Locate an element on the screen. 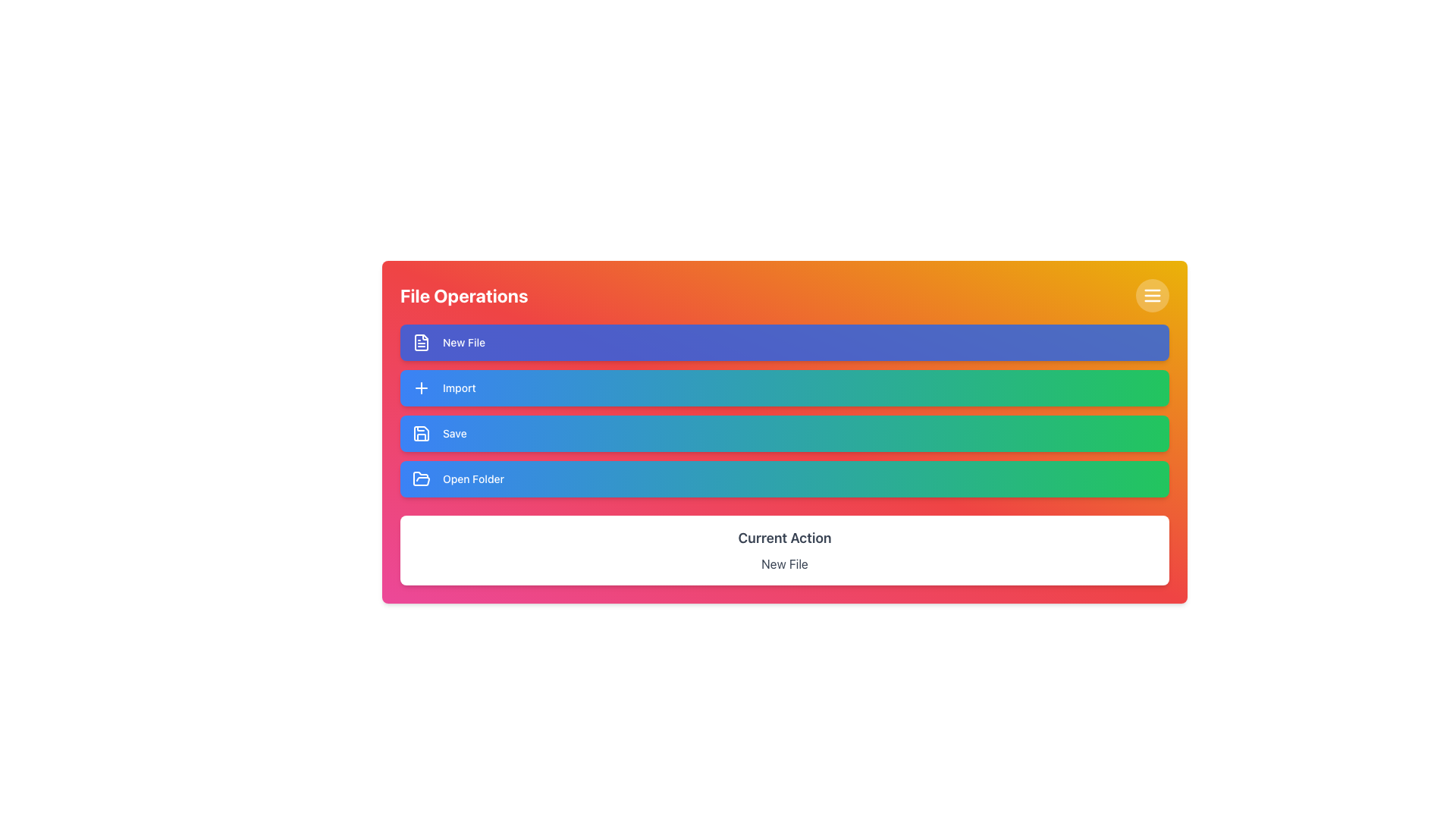 The height and width of the screenshot is (819, 1456). the leftmost icon of the 'Save' button, which is the third button under the 'File Operations' title is located at coordinates (422, 433).